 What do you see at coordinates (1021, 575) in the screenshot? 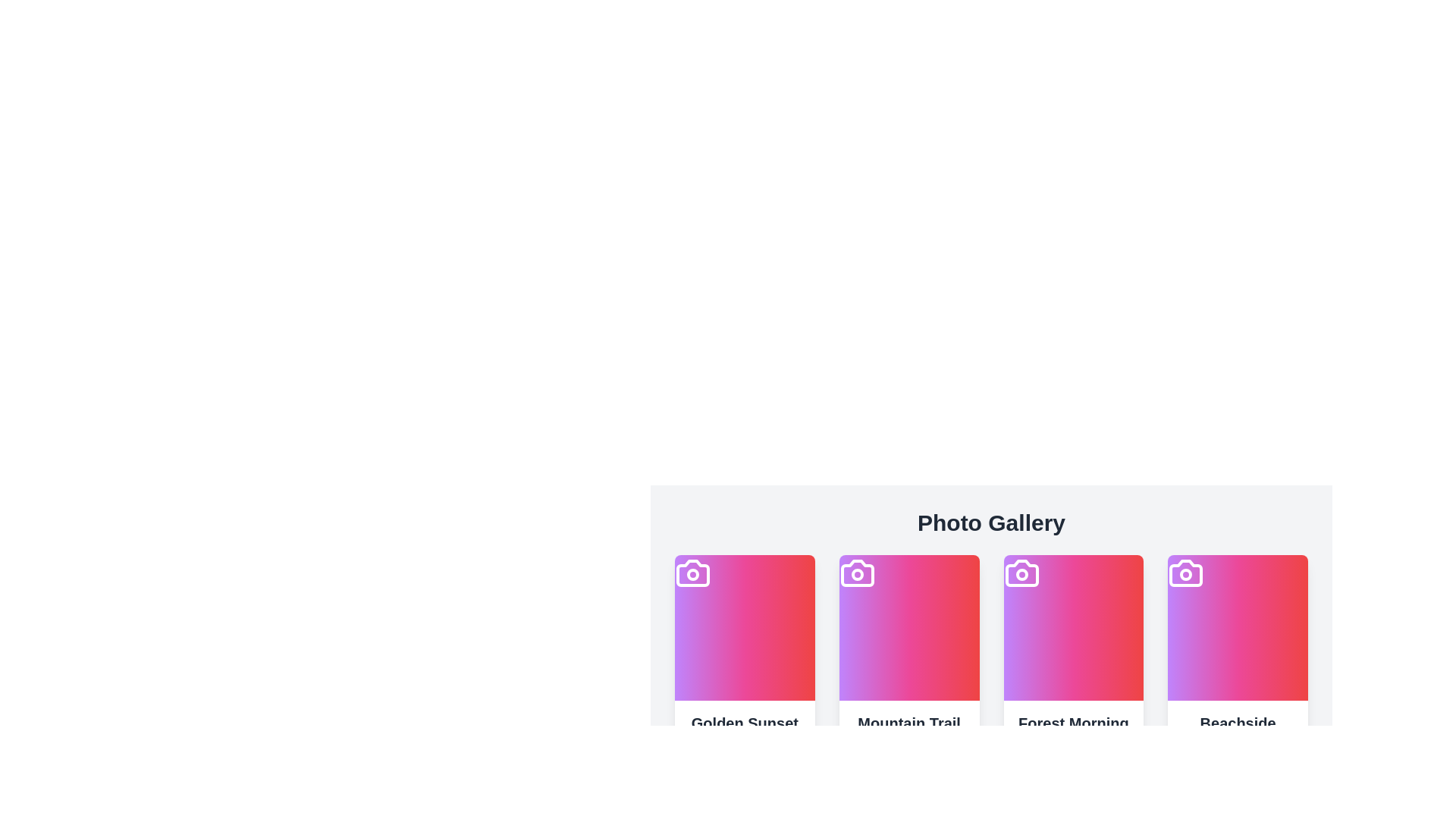
I see `the small circular shape with a white border located near the center of the camera icon on the third card in a horizontal gallery of four cards` at bounding box center [1021, 575].